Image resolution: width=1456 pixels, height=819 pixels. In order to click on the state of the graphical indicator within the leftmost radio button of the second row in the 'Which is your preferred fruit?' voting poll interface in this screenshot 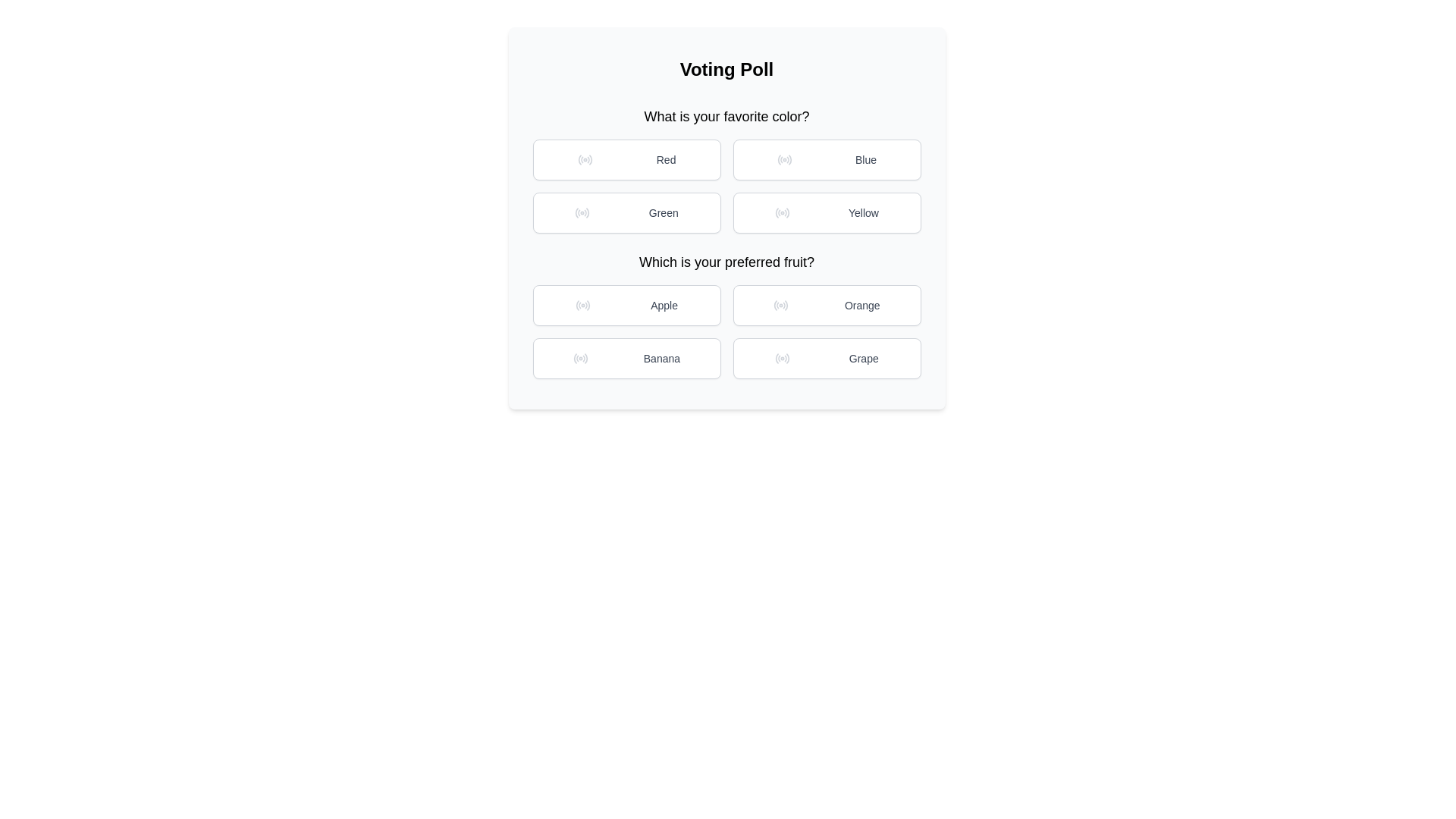, I will do `click(574, 359)`.